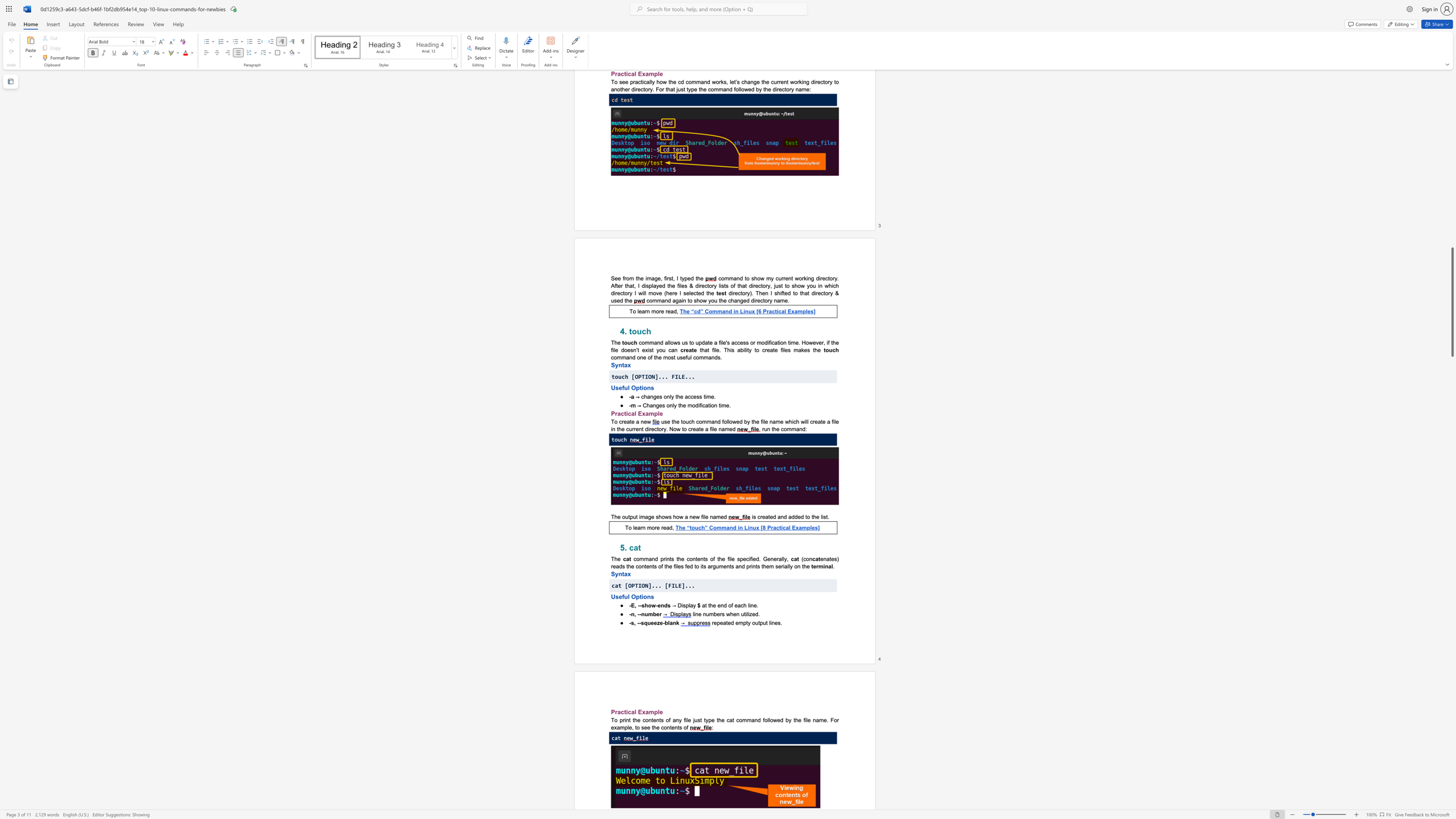 The height and width of the screenshot is (819, 1456). I want to click on the 1th character "p" in the text, so click(638, 596).